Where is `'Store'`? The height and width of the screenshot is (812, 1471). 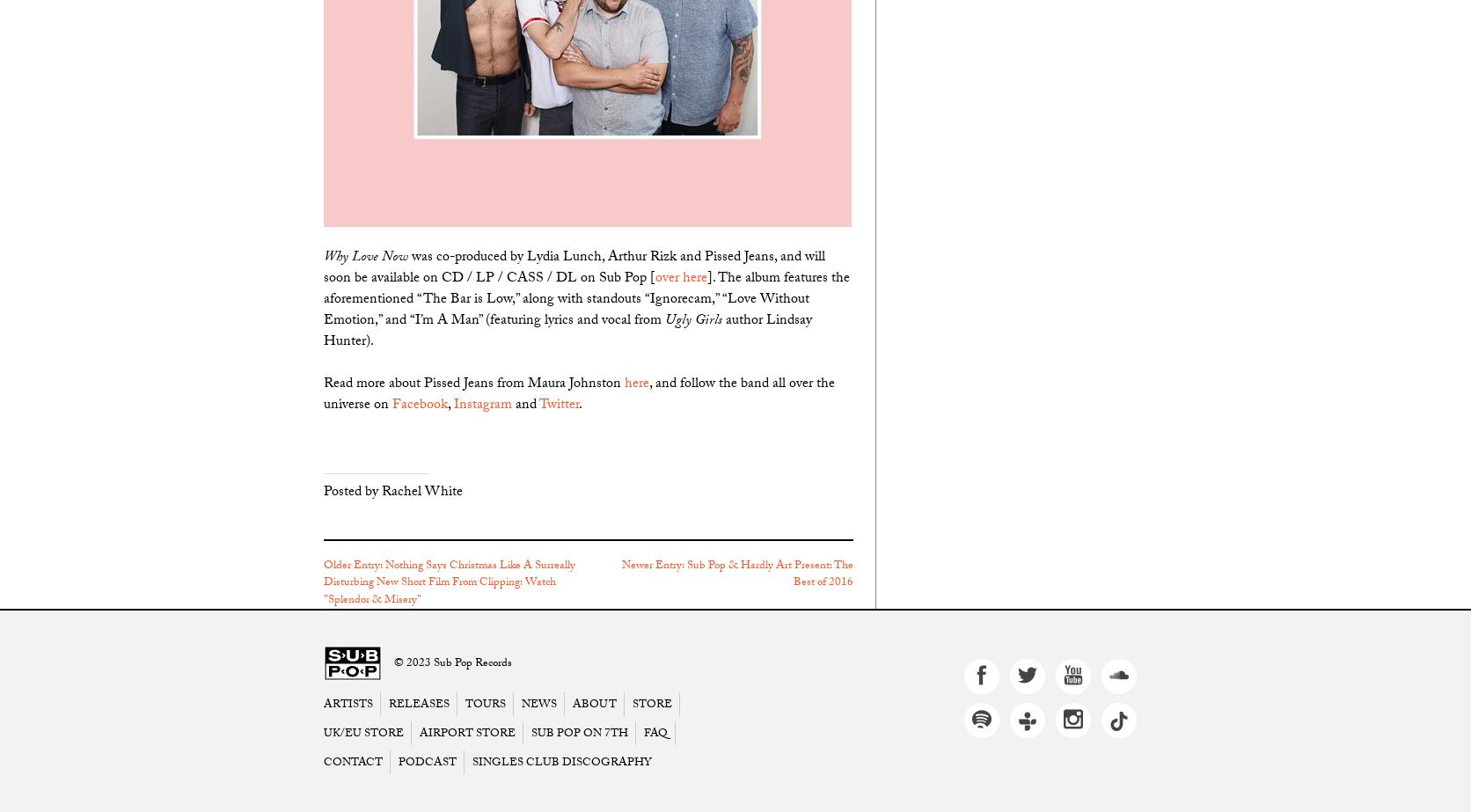 'Store' is located at coordinates (651, 704).